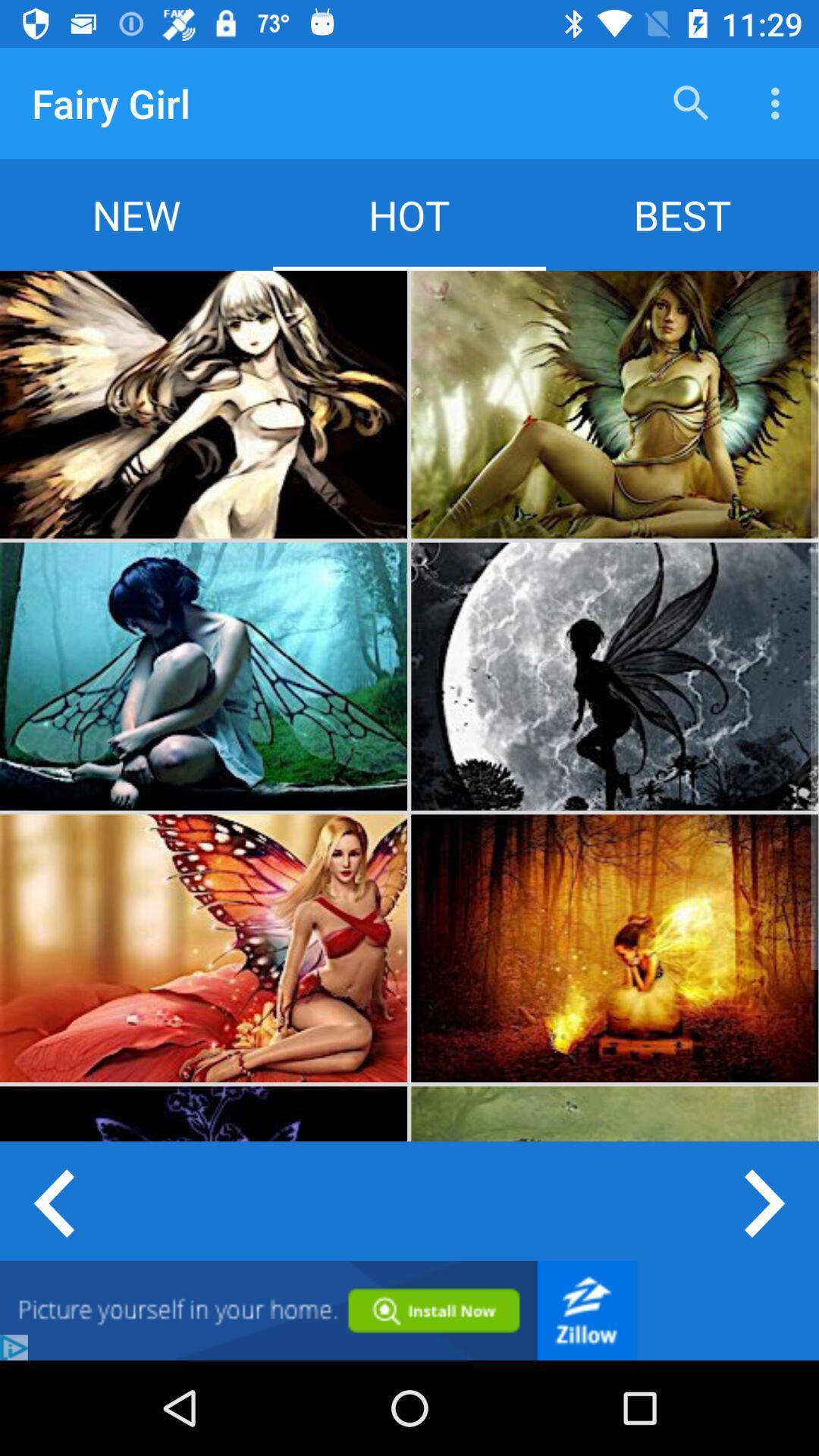 The image size is (819, 1456). I want to click on google advertisement, so click(318, 1310).